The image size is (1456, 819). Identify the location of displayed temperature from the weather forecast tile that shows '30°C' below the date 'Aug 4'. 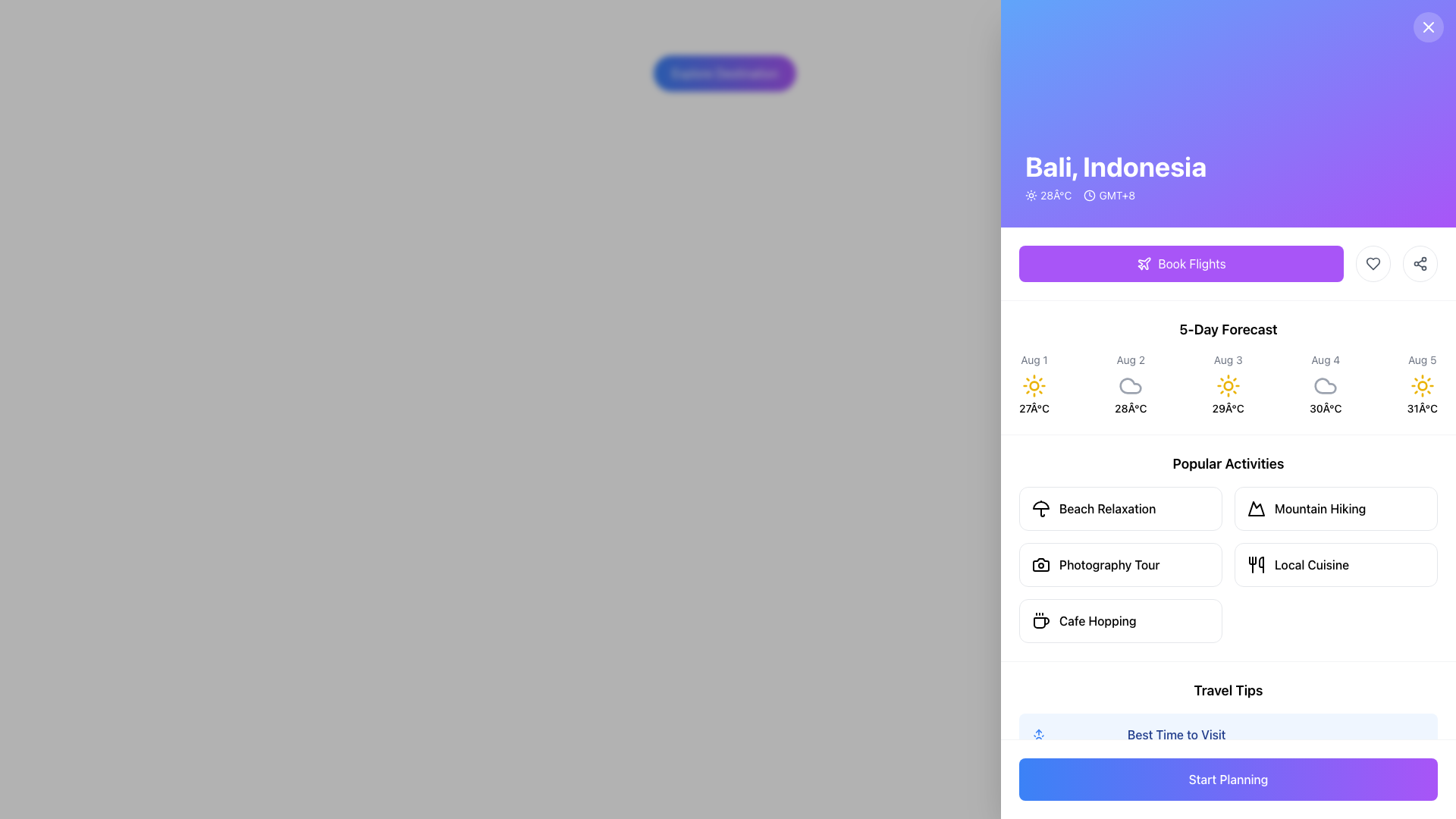
(1325, 383).